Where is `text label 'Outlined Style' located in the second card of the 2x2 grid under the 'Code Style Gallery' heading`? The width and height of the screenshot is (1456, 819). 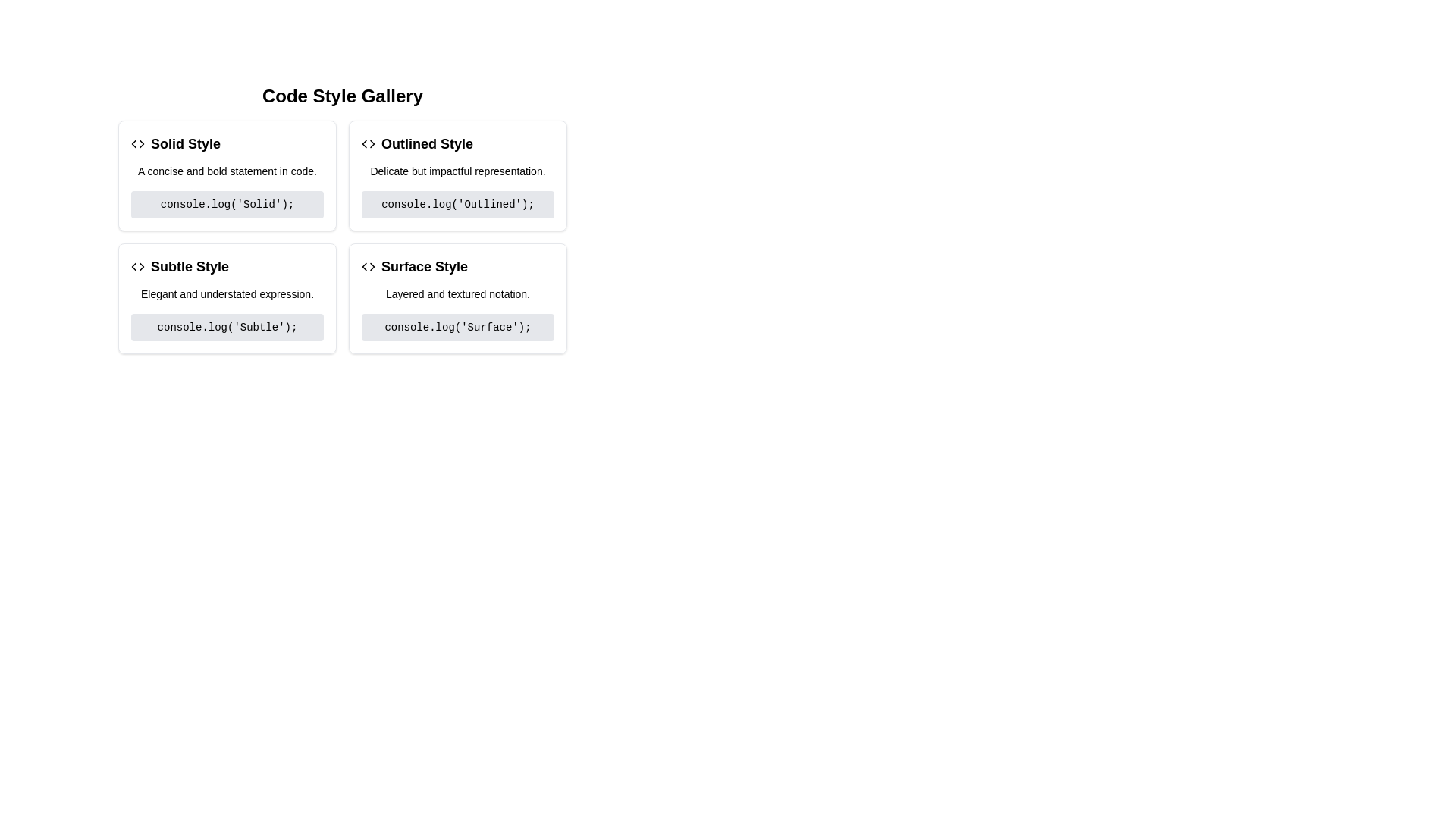 text label 'Outlined Style' located in the second card of the 2x2 grid under the 'Code Style Gallery' heading is located at coordinates (426, 143).